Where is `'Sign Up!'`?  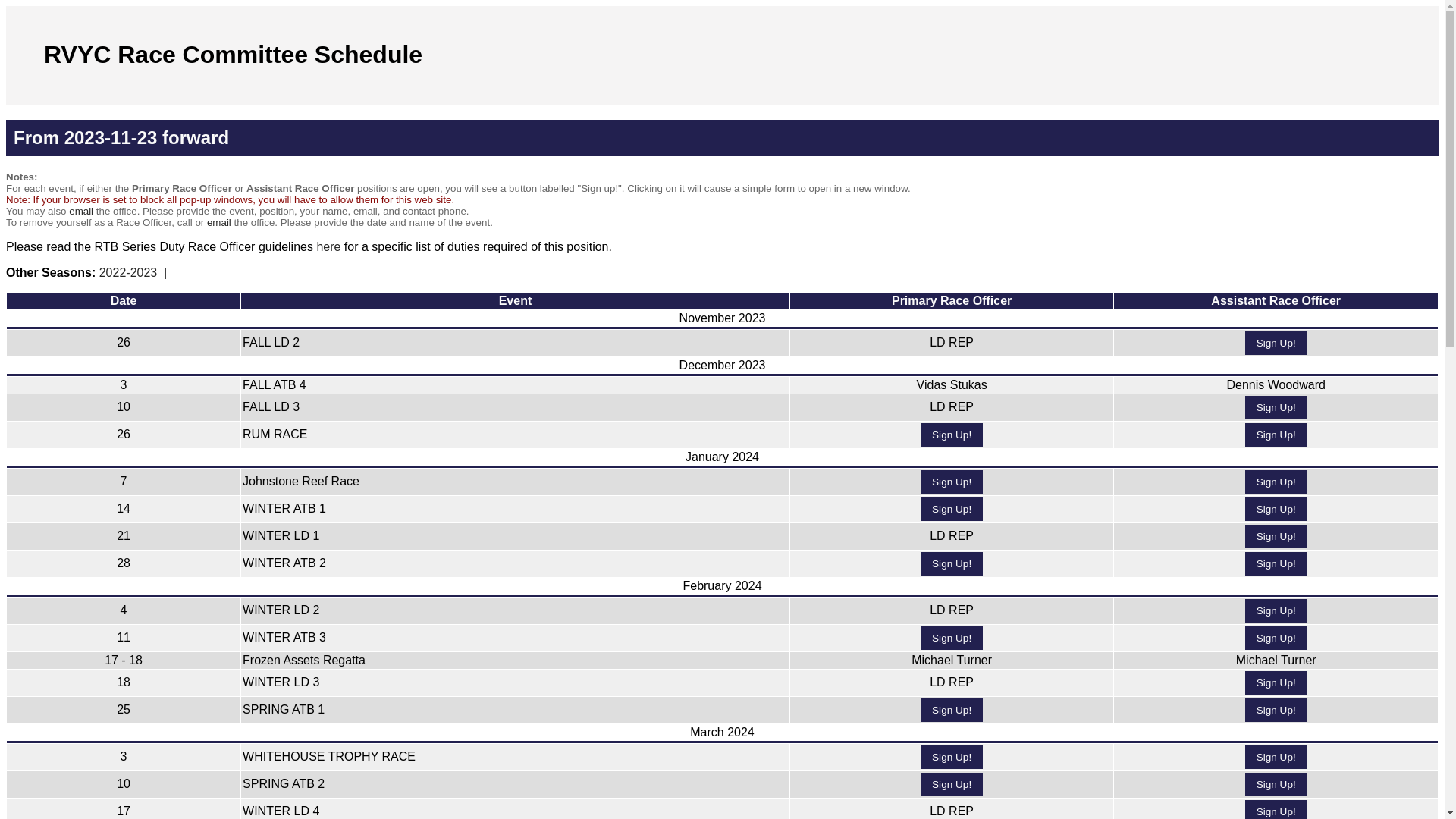
'Sign Up!' is located at coordinates (1276, 784).